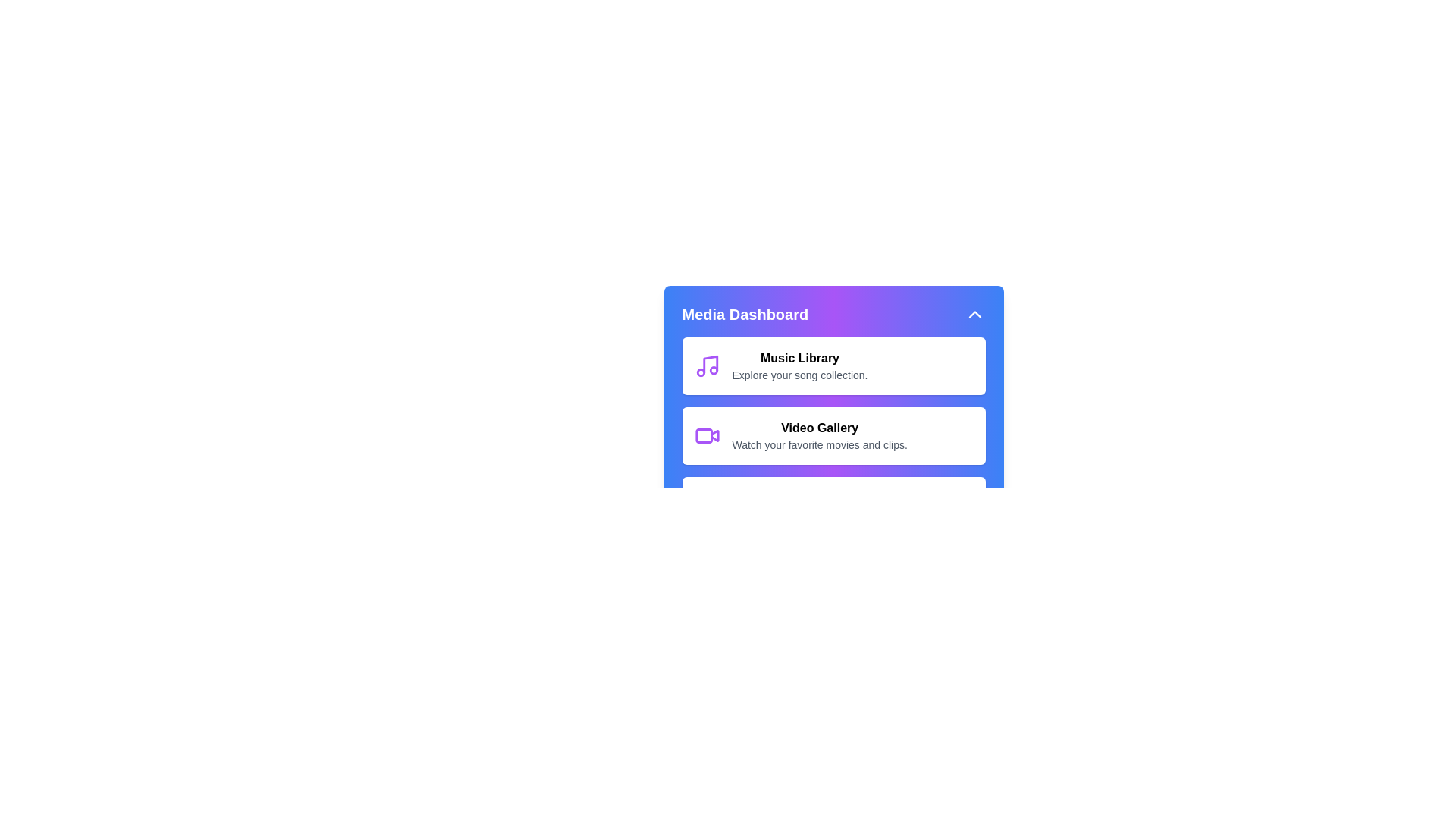 The image size is (1456, 819). What do you see at coordinates (974, 314) in the screenshot?
I see `arrow button at the top-right corner of the MultimediaDashboard to toggle the menu visibility` at bounding box center [974, 314].